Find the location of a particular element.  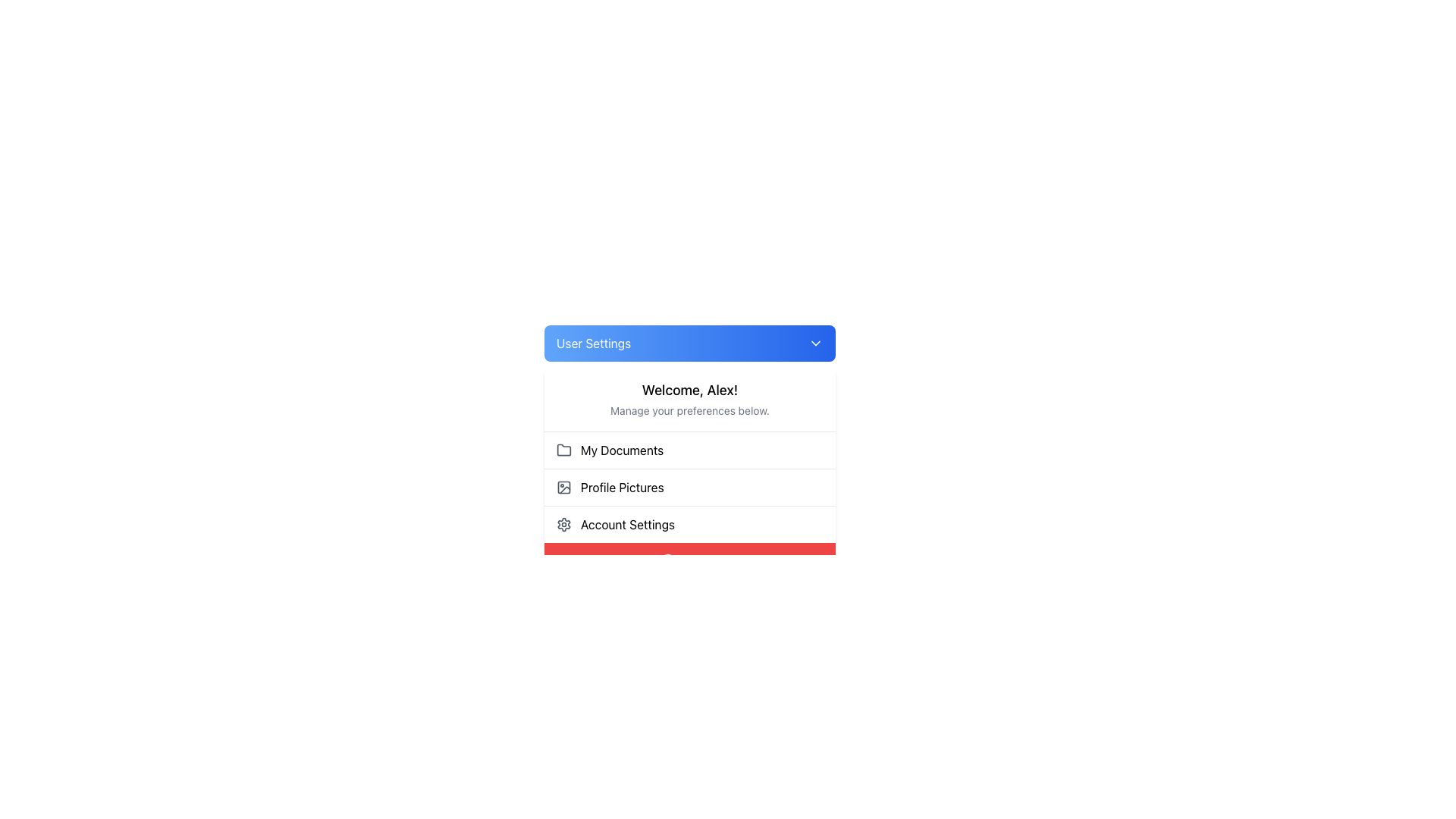

the 'My Documents' label located in the navigation menu beneath the 'Welcome, Alex!' header is located at coordinates (622, 450).